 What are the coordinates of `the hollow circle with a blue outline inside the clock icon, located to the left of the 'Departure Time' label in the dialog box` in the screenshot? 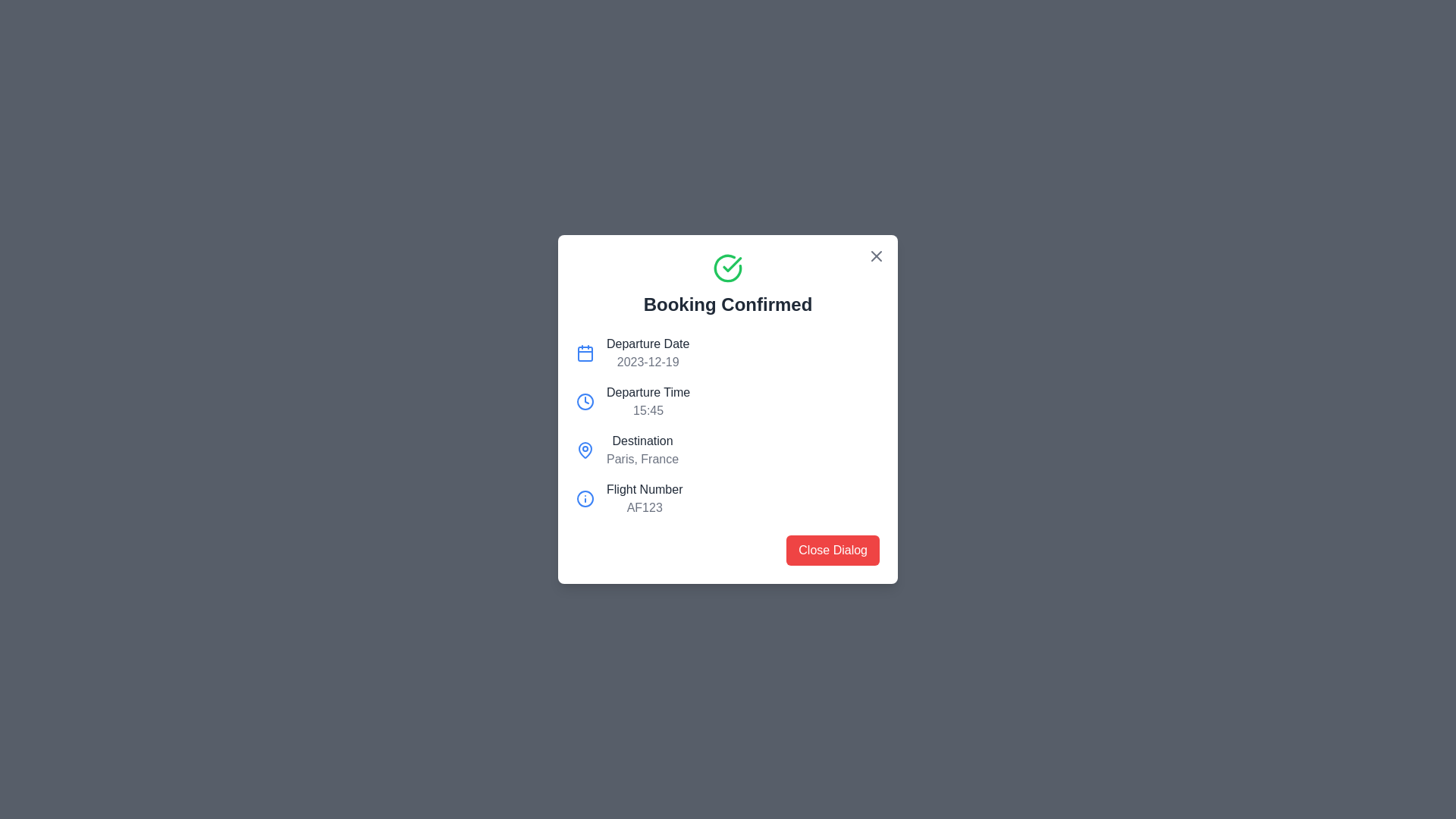 It's located at (585, 400).